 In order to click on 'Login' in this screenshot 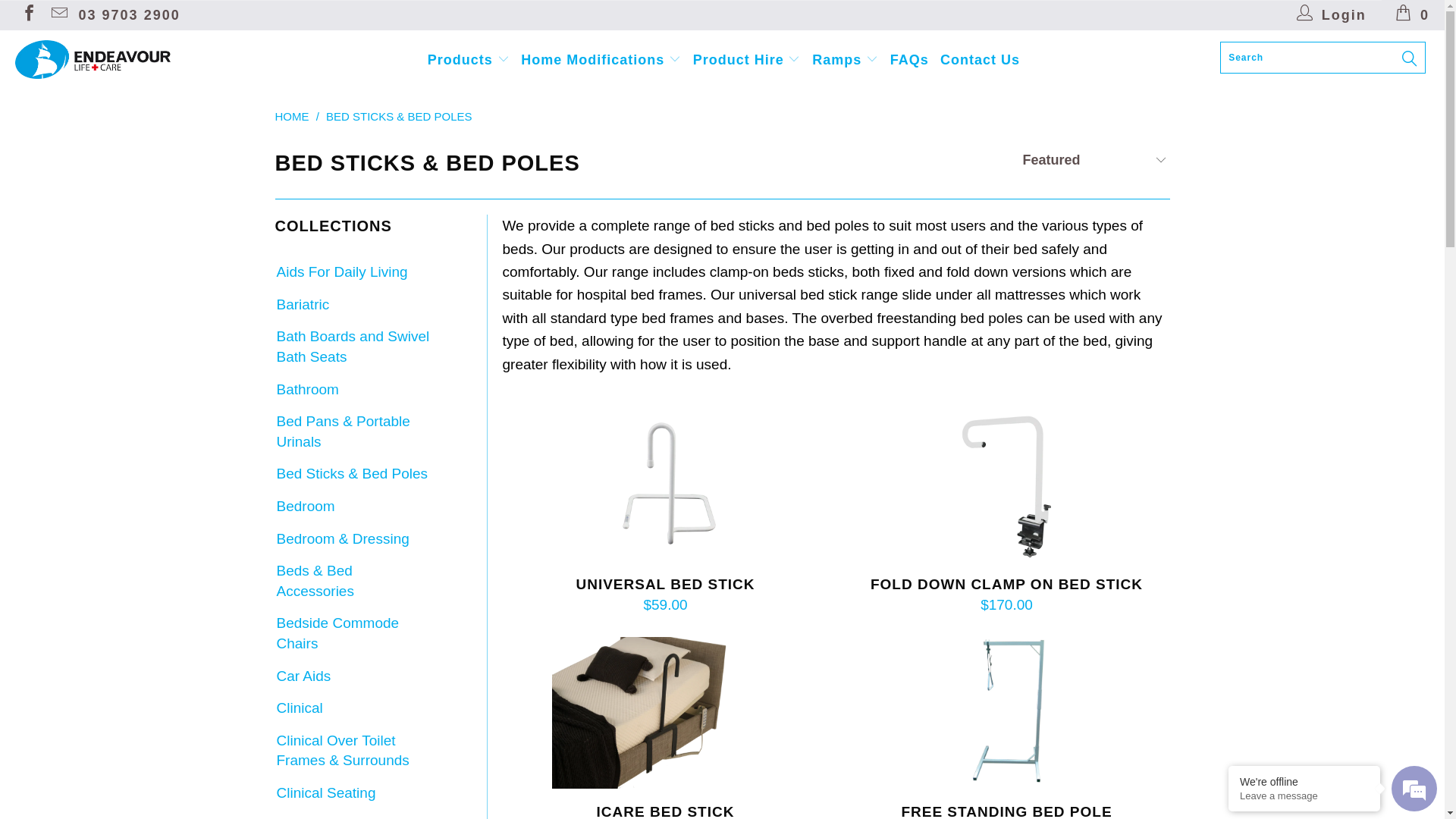, I will do `click(1331, 14)`.